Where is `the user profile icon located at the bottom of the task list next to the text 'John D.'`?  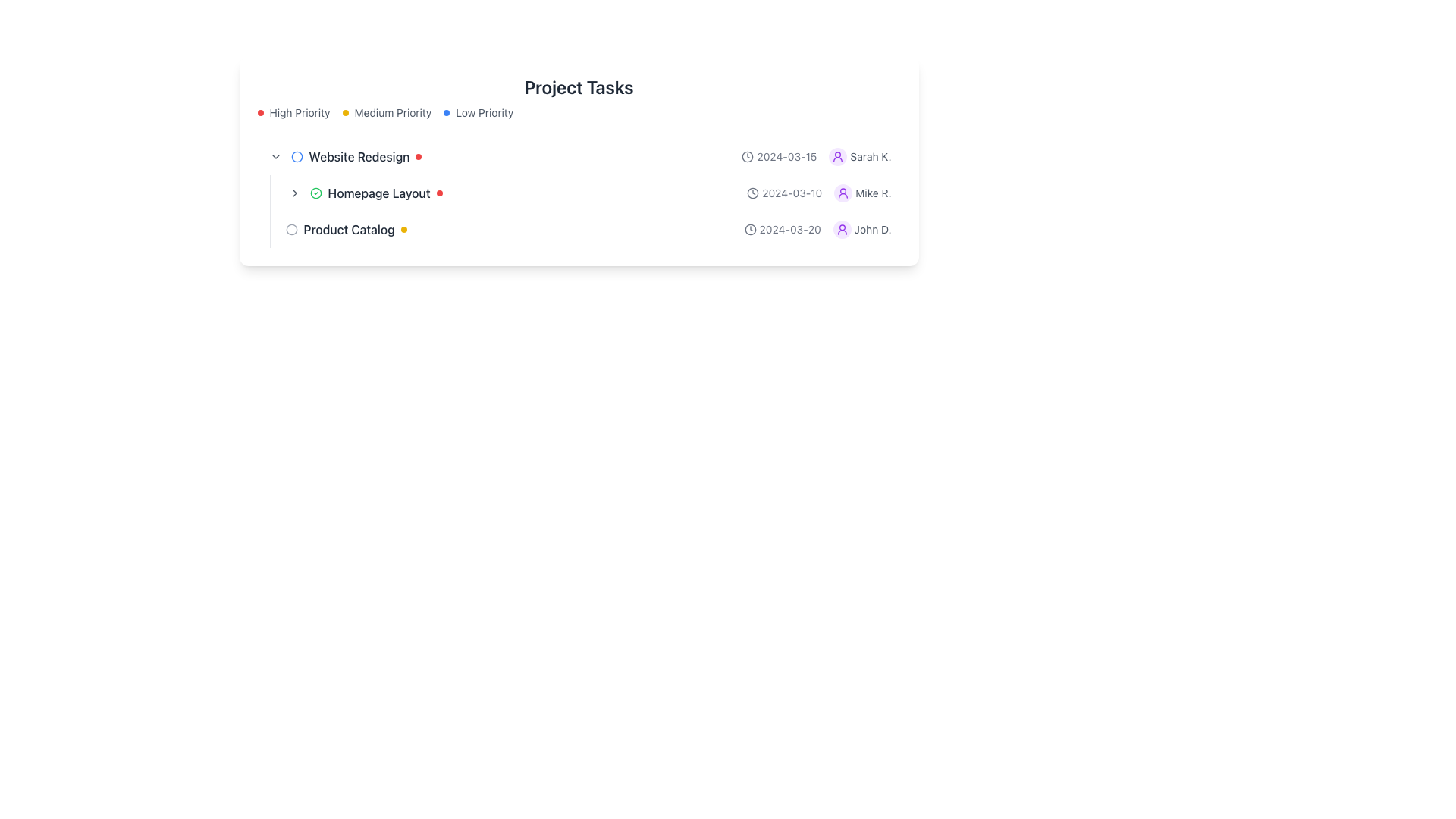
the user profile icon located at the bottom of the task list next to the text 'John D.' is located at coordinates (841, 230).